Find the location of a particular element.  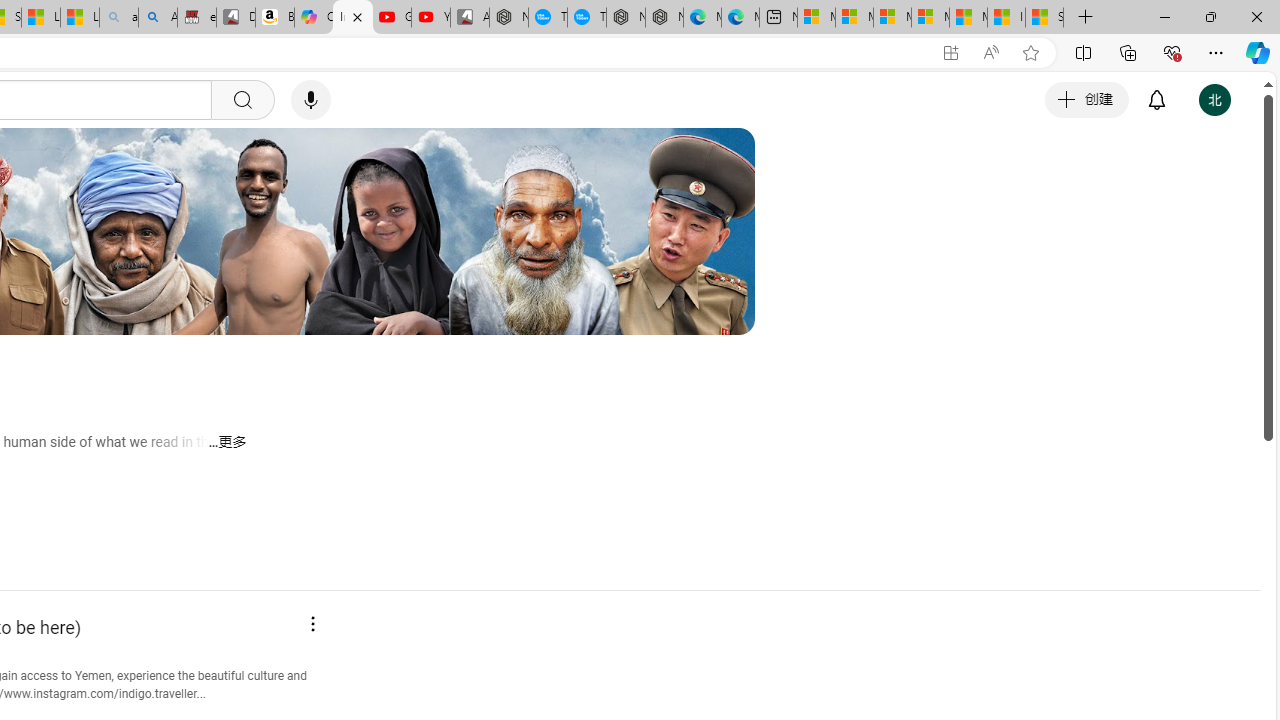

'Amazon Echo Dot PNG - Search Images' is located at coordinates (157, 17).